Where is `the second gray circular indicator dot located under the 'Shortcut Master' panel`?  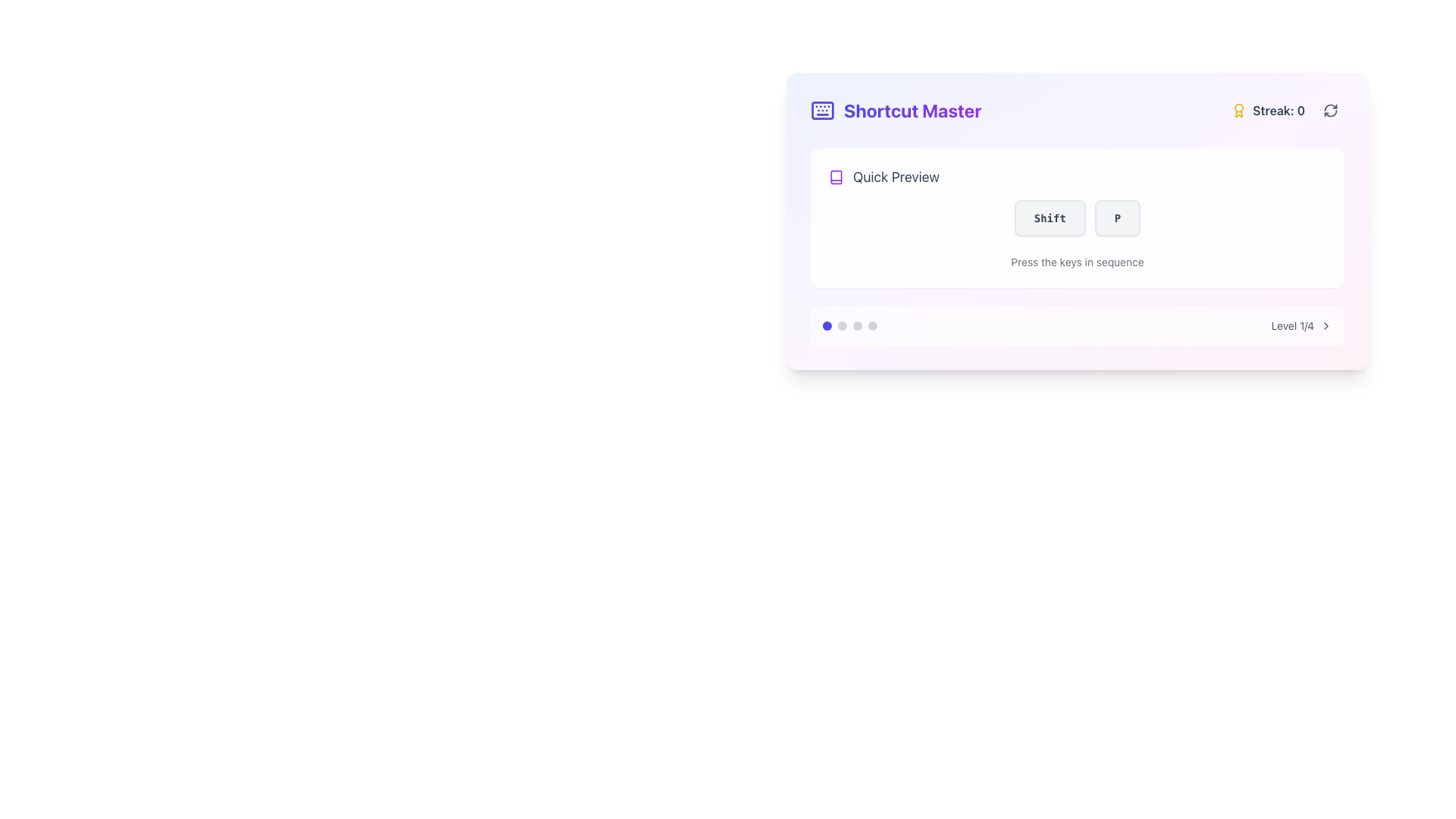
the second gray circular indicator dot located under the 'Shortcut Master' panel is located at coordinates (841, 325).